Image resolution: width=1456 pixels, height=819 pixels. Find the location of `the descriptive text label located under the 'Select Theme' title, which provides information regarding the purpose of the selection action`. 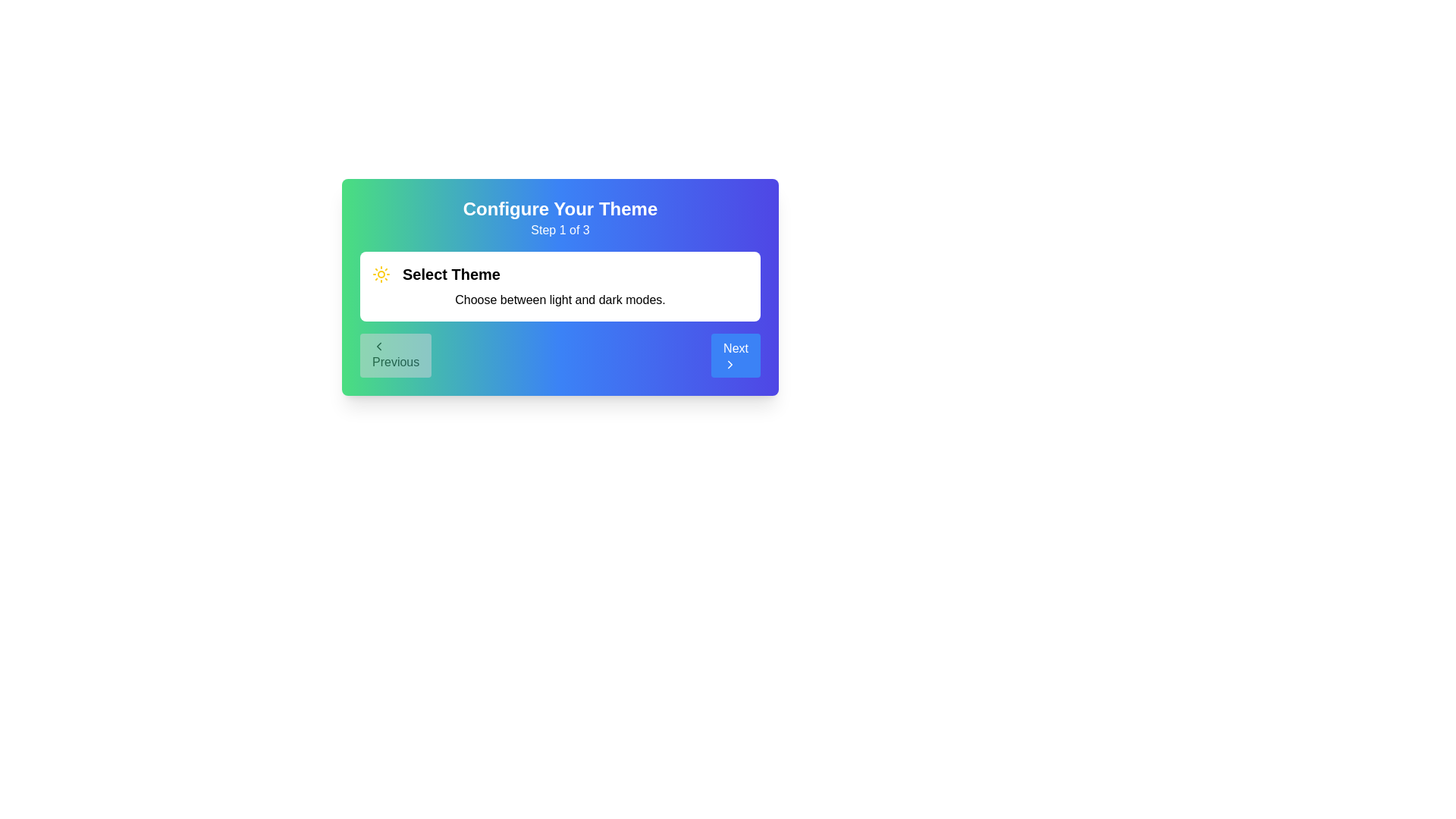

the descriptive text label located under the 'Select Theme' title, which provides information regarding the purpose of the selection action is located at coordinates (560, 300).